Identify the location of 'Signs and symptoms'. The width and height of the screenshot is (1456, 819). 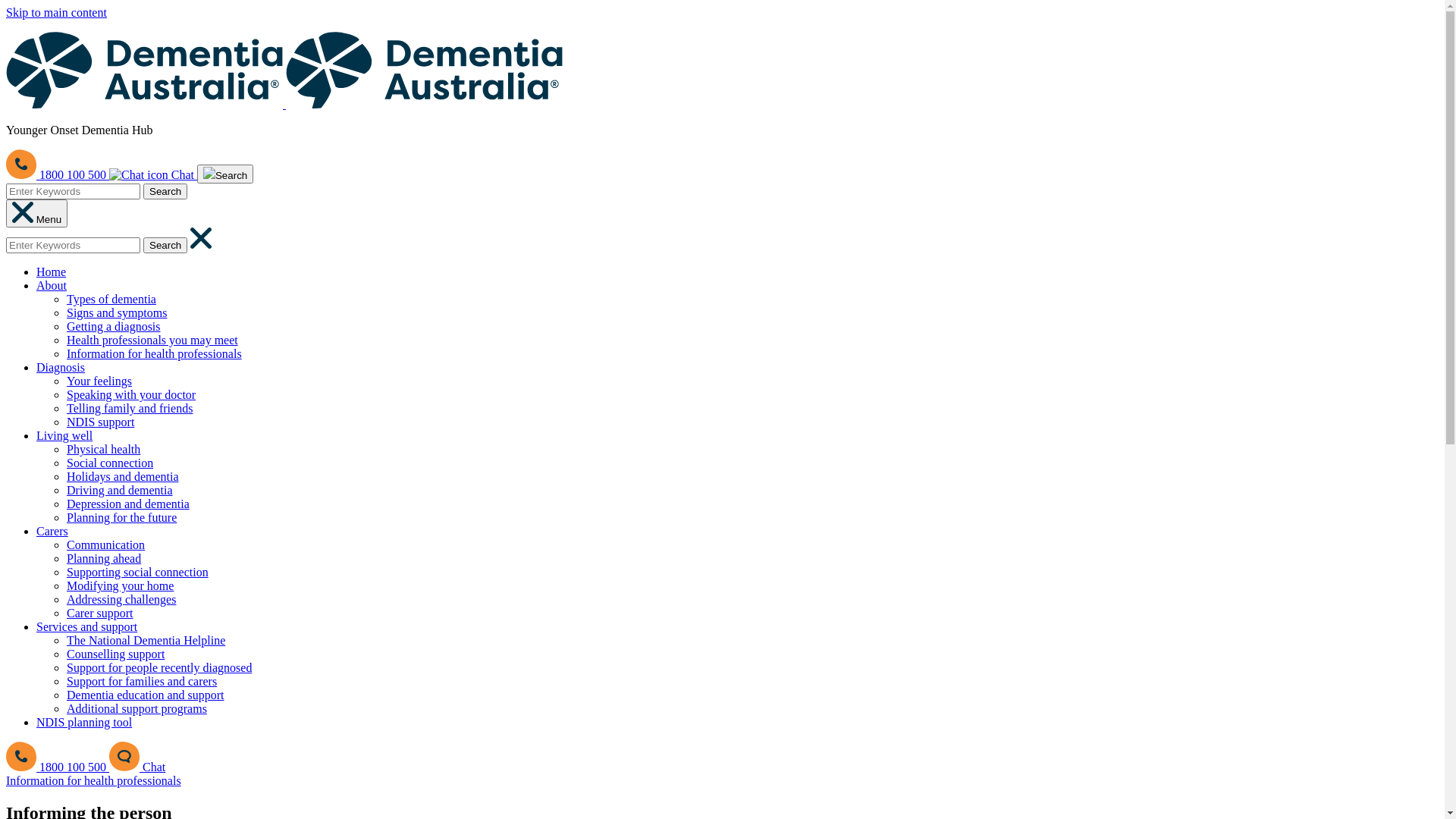
(115, 312).